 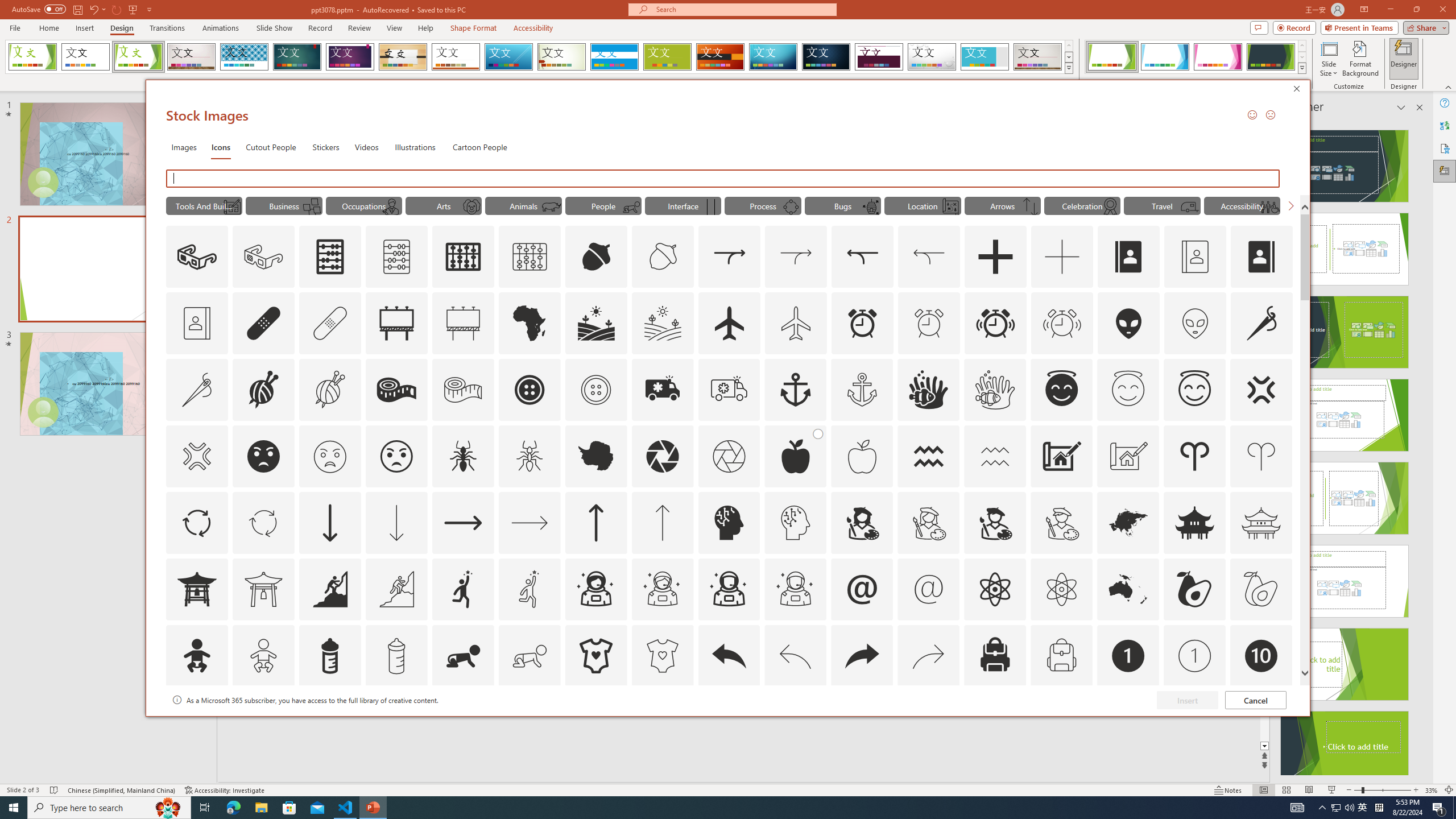 I want to click on 'AutomationID: Icons_Aspiration', so click(x=329, y=588).